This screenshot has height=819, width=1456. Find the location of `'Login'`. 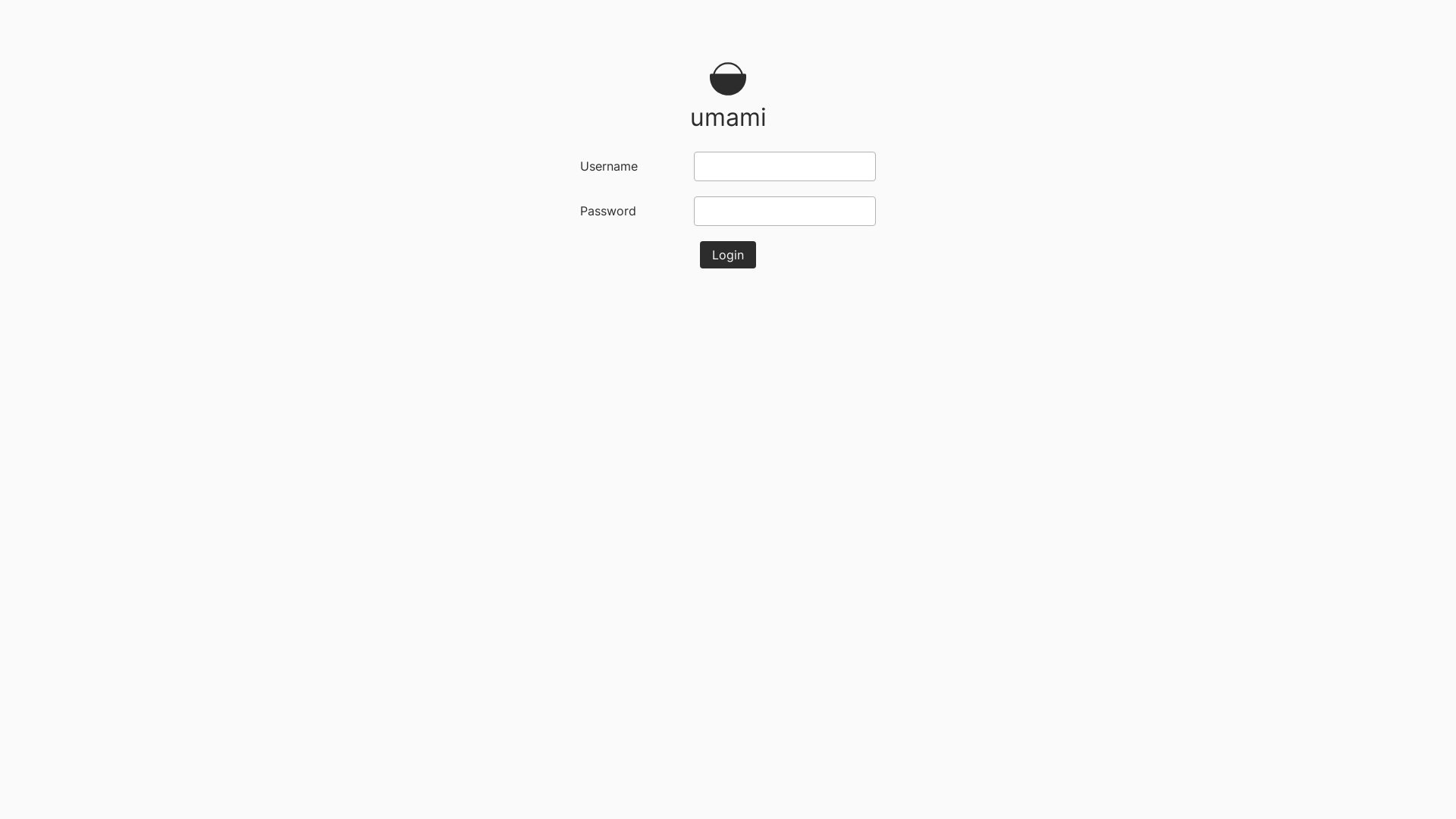

'Login' is located at coordinates (728, 253).